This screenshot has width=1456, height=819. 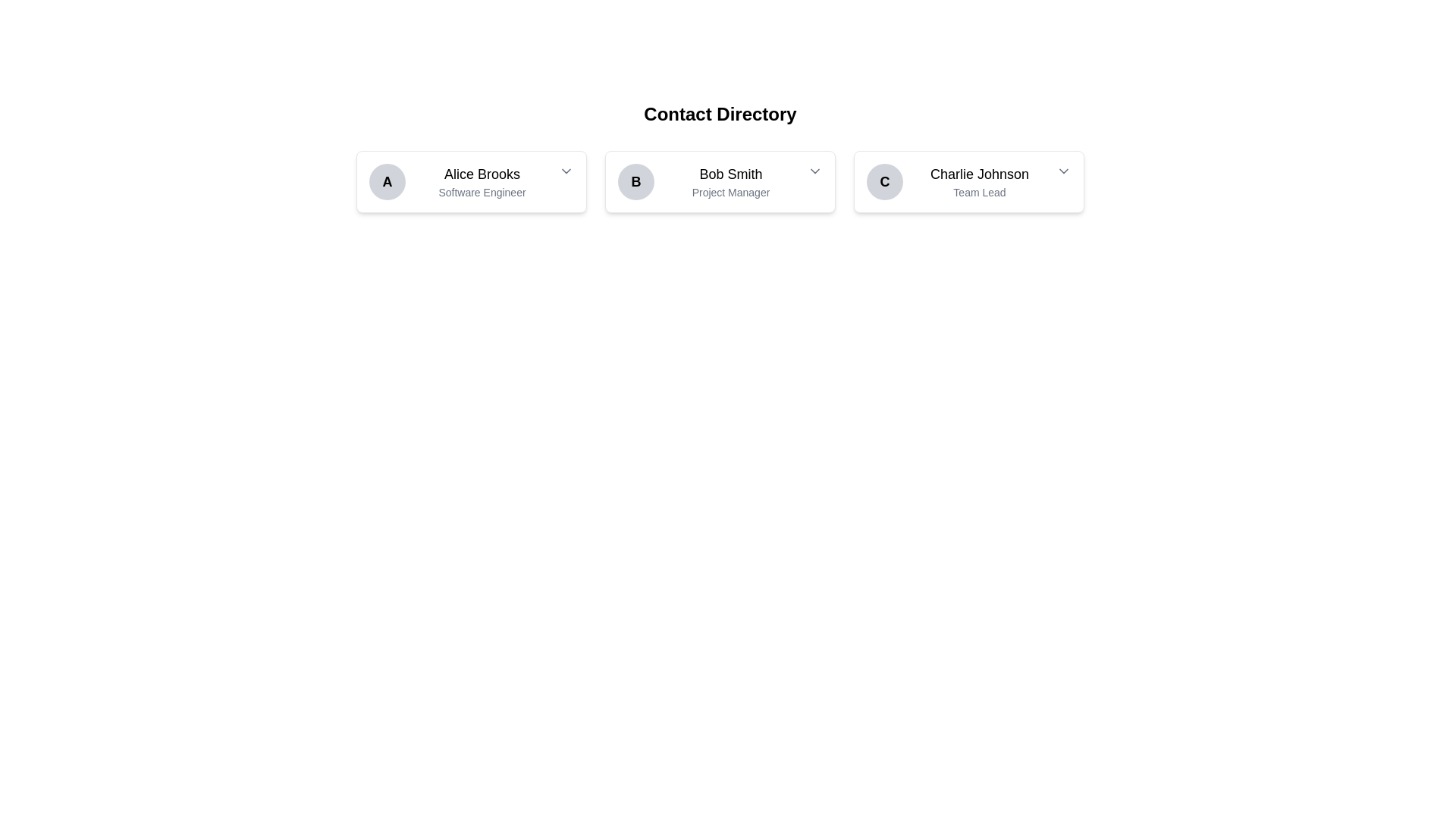 What do you see at coordinates (884, 180) in the screenshot?
I see `the circular badge with a light gray background and a bold black letter 'C' at the center, which is positioned to the left of the text content in the card layout for 'Charlie Johnson'` at bounding box center [884, 180].